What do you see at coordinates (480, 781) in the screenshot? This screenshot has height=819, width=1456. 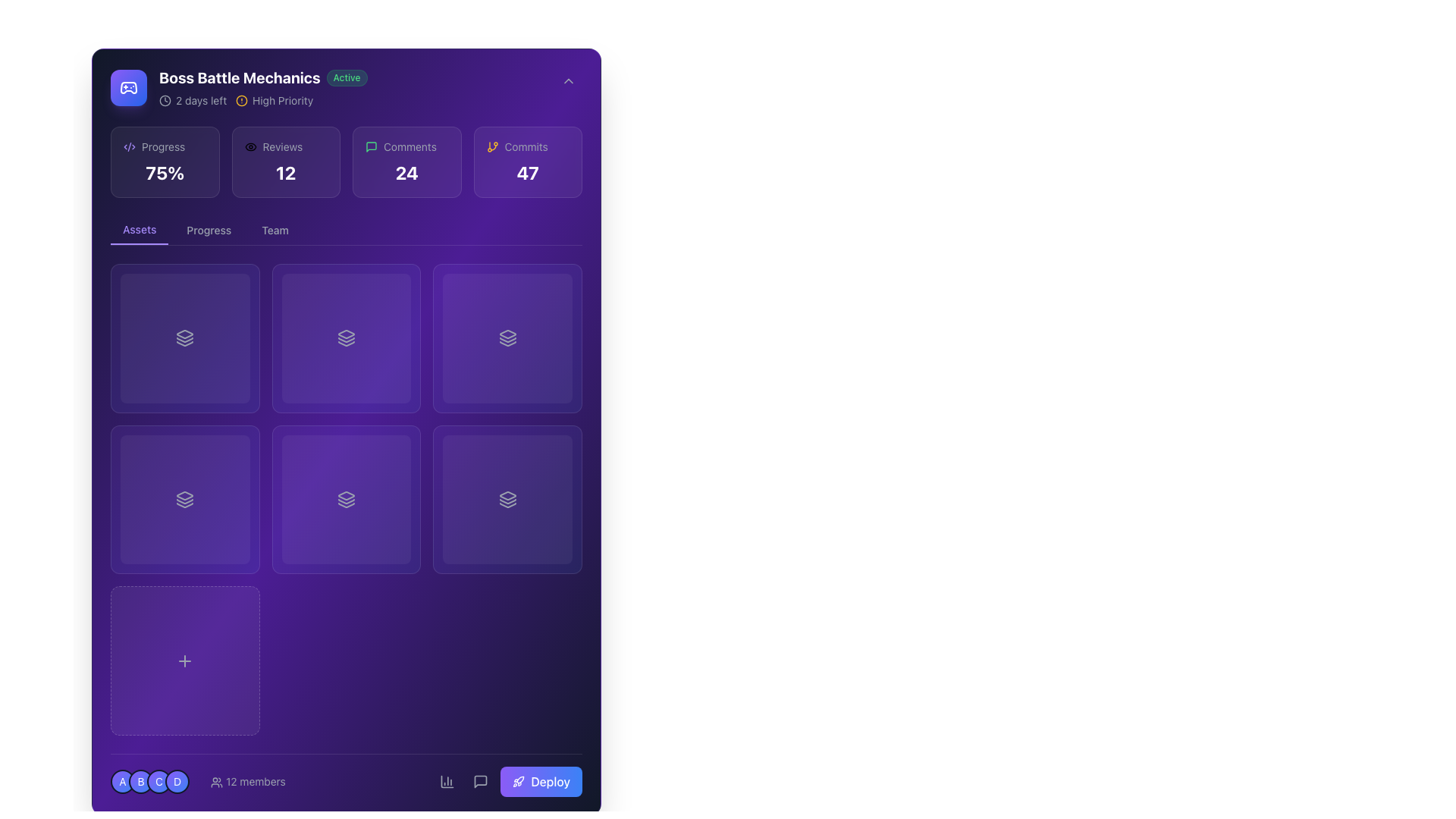 I see `the message bubble icon located at the bottom-right corner of the interface` at bounding box center [480, 781].